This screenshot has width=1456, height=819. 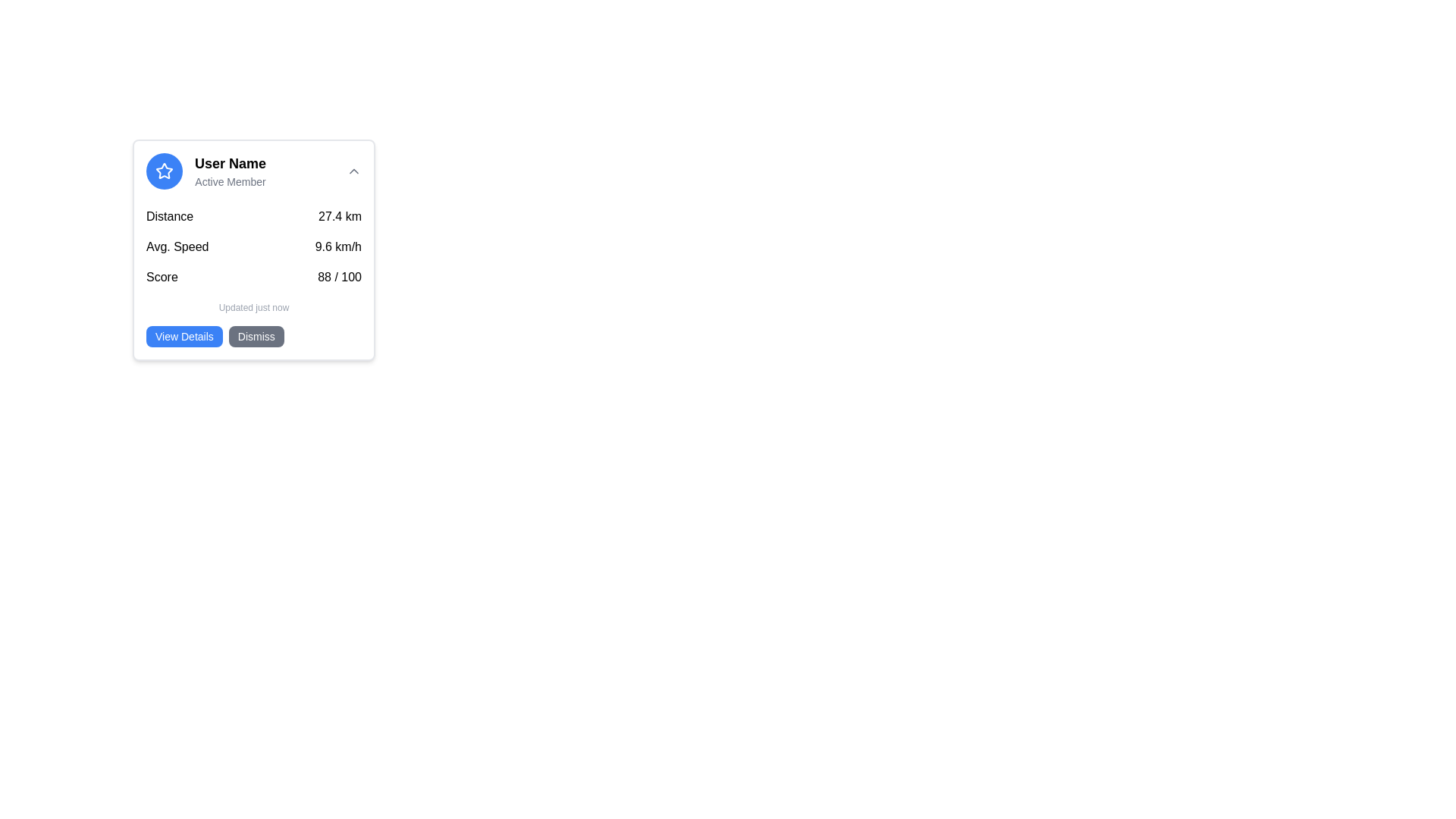 What do you see at coordinates (339, 216) in the screenshot?
I see `the static text element displaying '27.4 km' located in the card-like information panel under the label 'Distance'` at bounding box center [339, 216].